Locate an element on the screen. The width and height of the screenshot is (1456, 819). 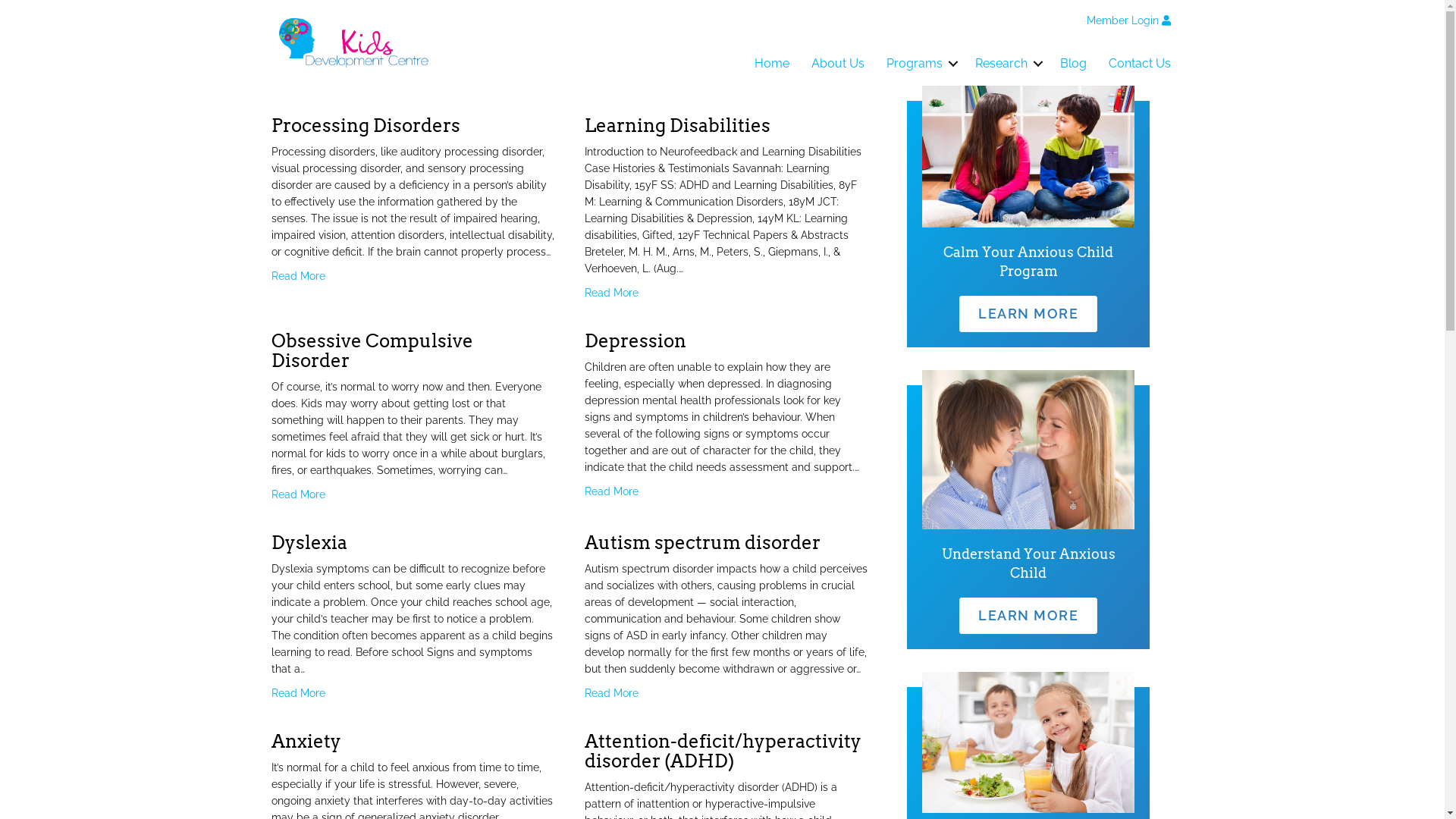
'Understand Your Anxious Child' is located at coordinates (1028, 563).